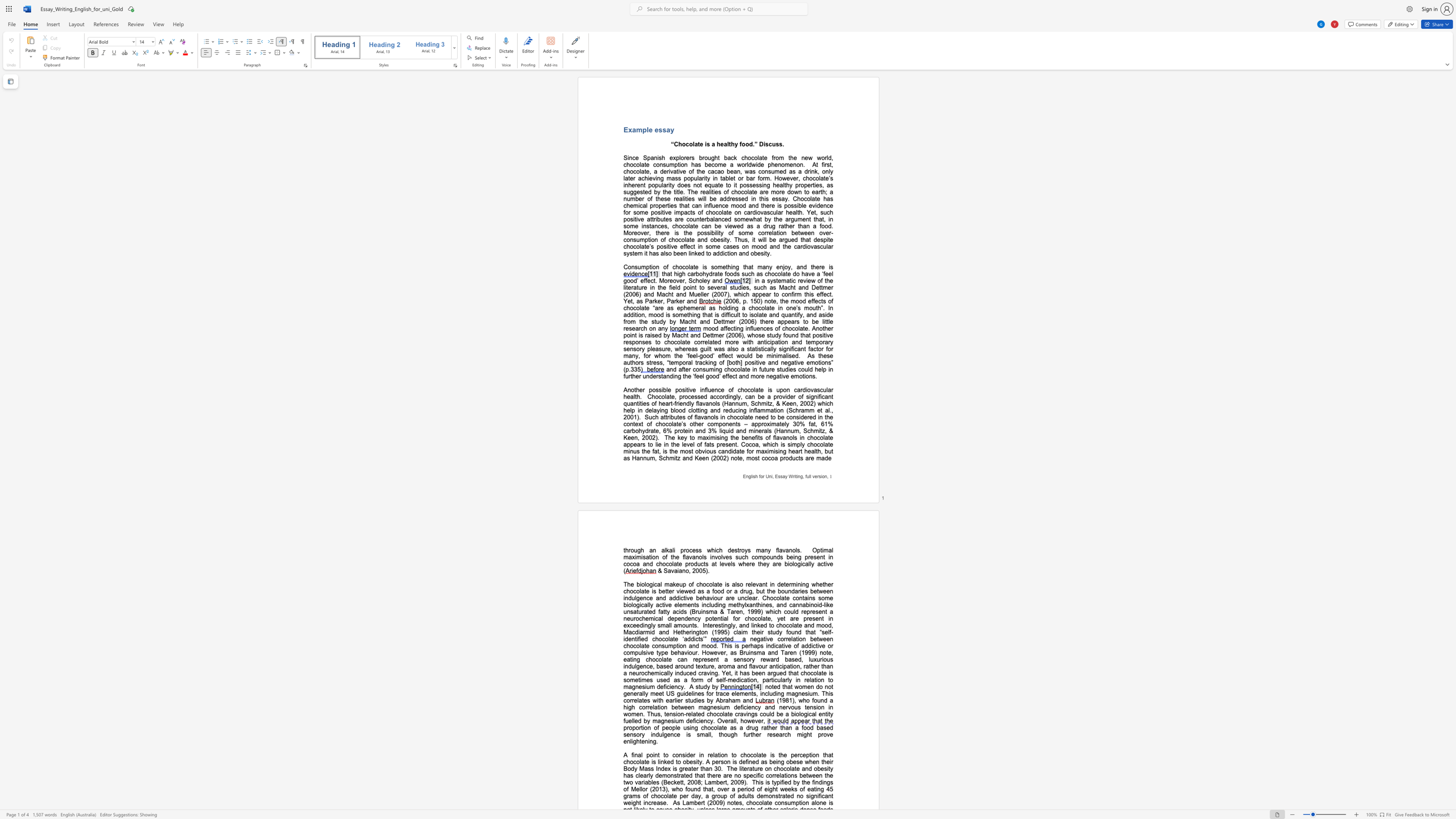 The width and height of the screenshot is (1456, 819). Describe the element at coordinates (672, 700) in the screenshot. I see `the subset text "rlier studies" within the text "US guidelines for trace elements, including magnesium. This correlates with earlier studies by Abraham and"` at that location.